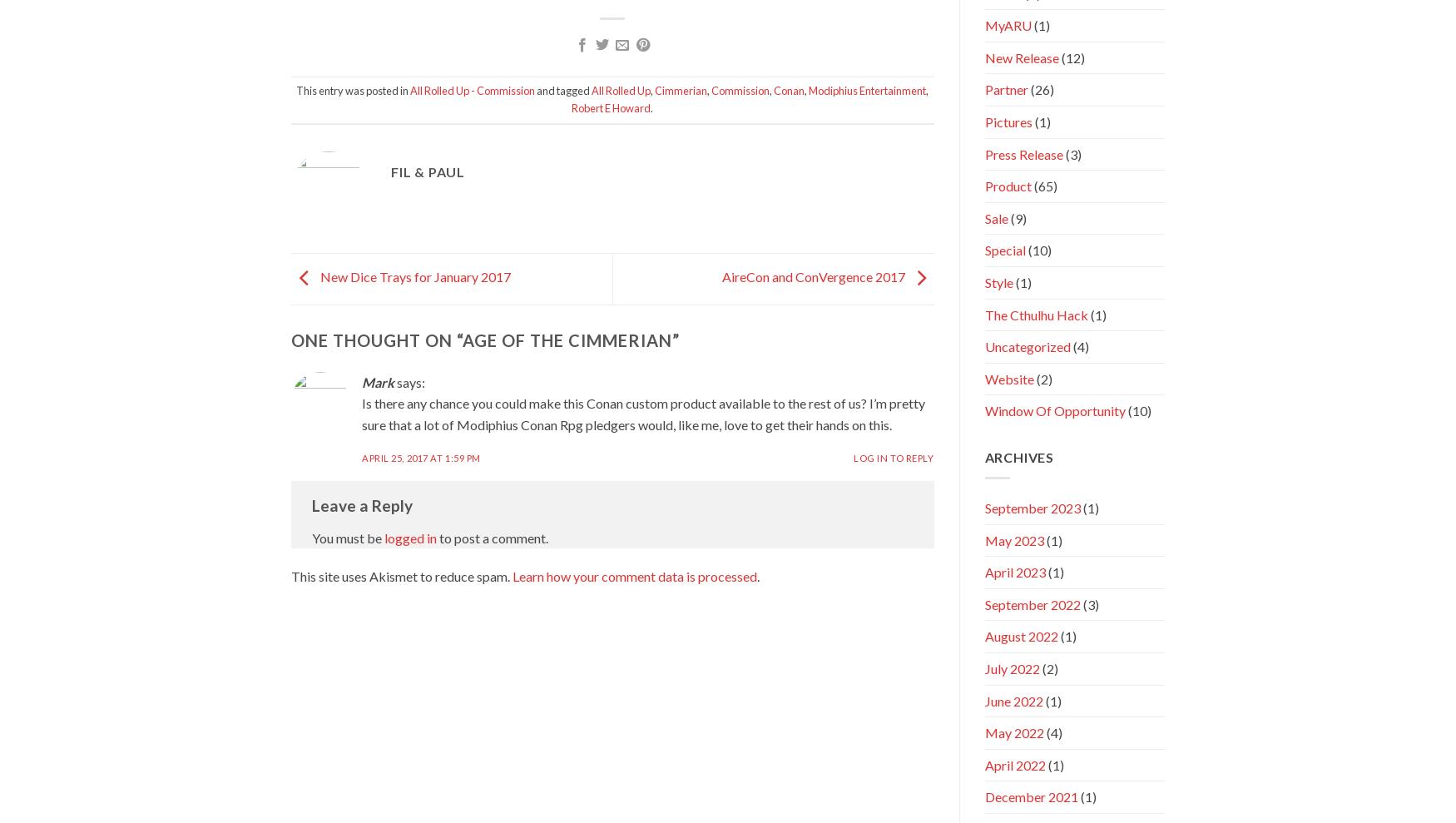 The image size is (1456, 823). Describe the element at coordinates (1008, 24) in the screenshot. I see `'MyARU'` at that location.